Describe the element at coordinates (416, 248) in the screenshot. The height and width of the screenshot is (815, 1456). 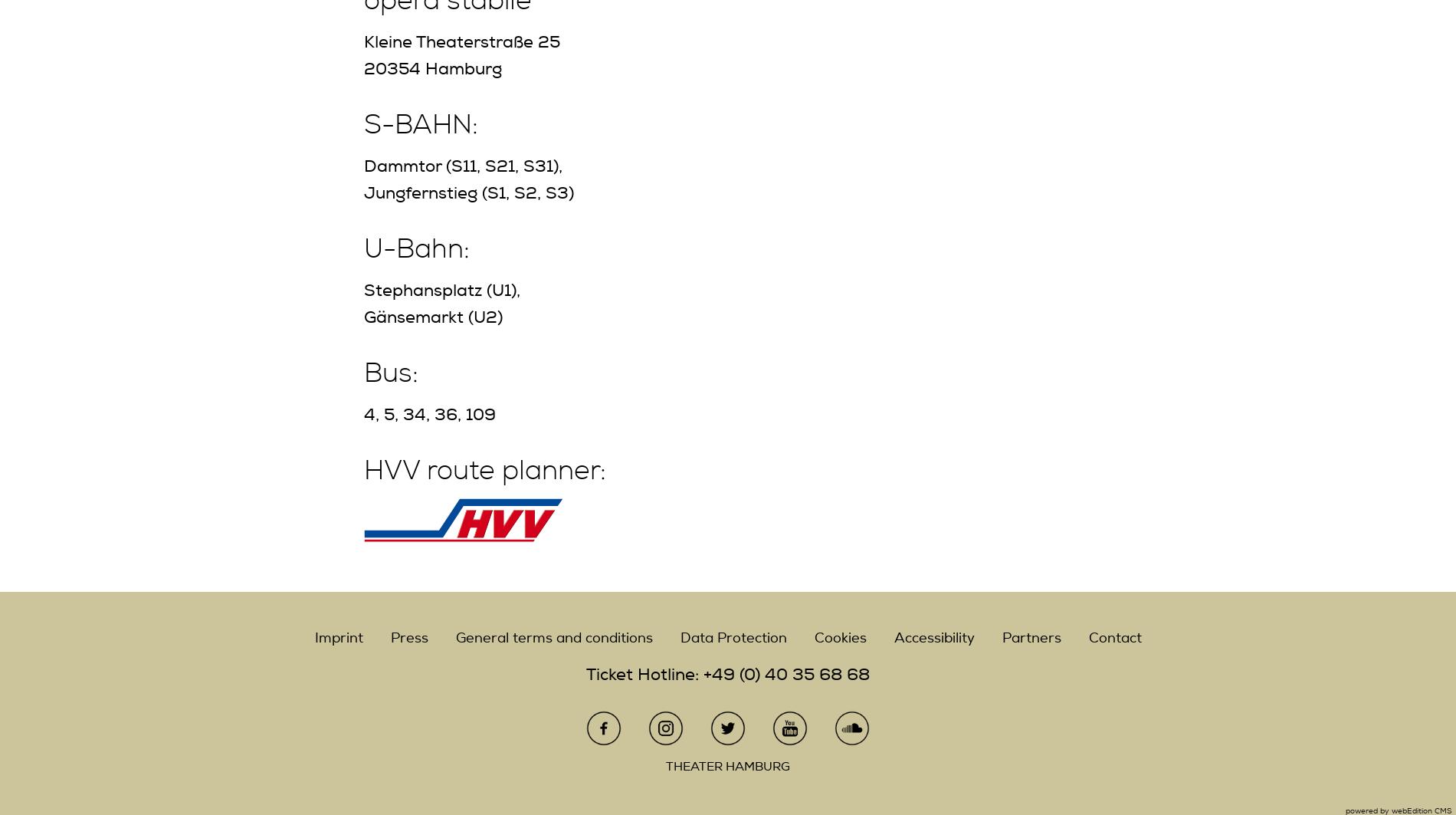
I see `'U-Bahn:'` at that location.